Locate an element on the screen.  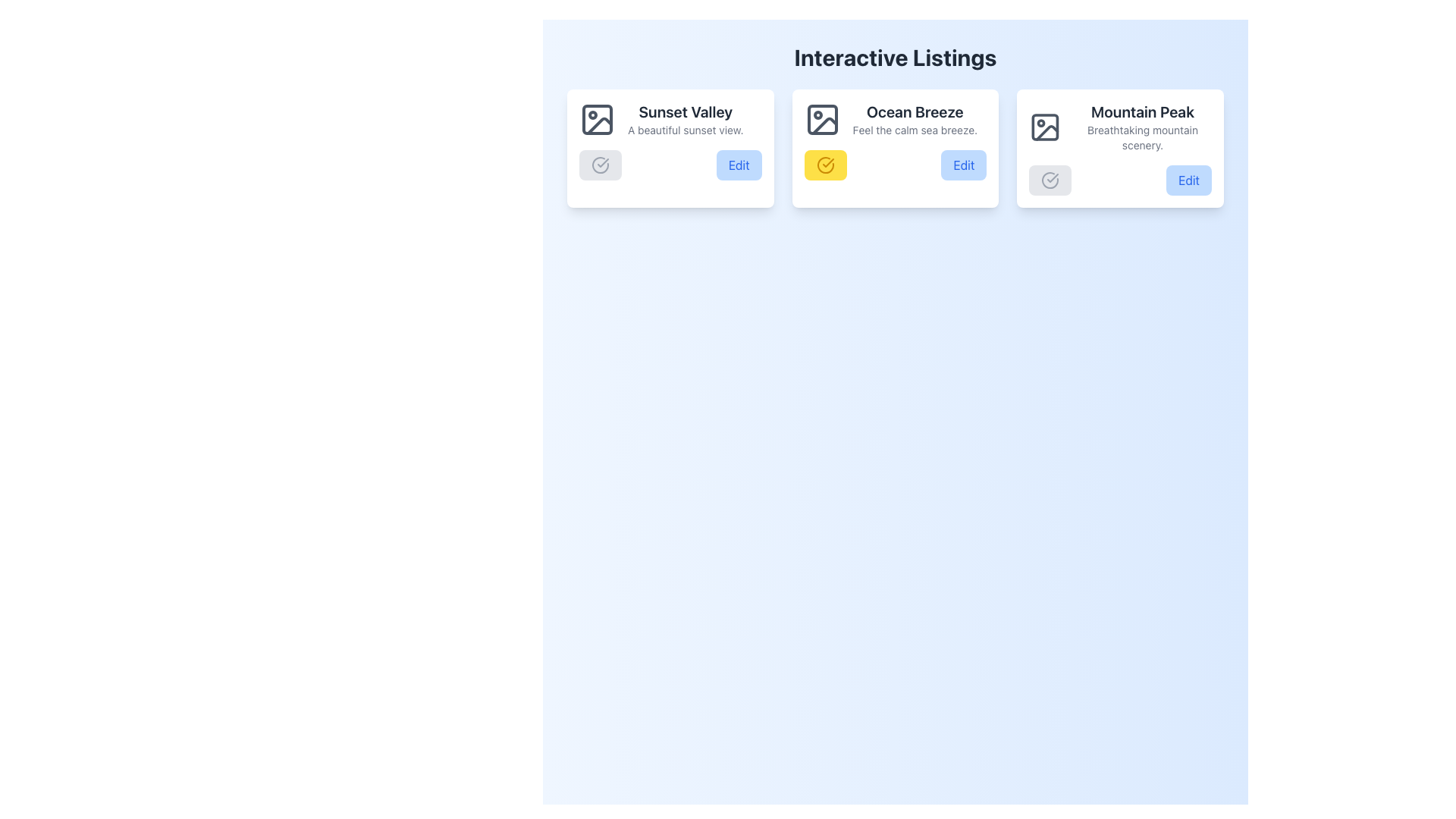
the static text component titled 'Sunset Valley' with a subtitle 'A beautiful sunset view.' located in the leftmost card above the blue 'Edit' button is located at coordinates (685, 119).